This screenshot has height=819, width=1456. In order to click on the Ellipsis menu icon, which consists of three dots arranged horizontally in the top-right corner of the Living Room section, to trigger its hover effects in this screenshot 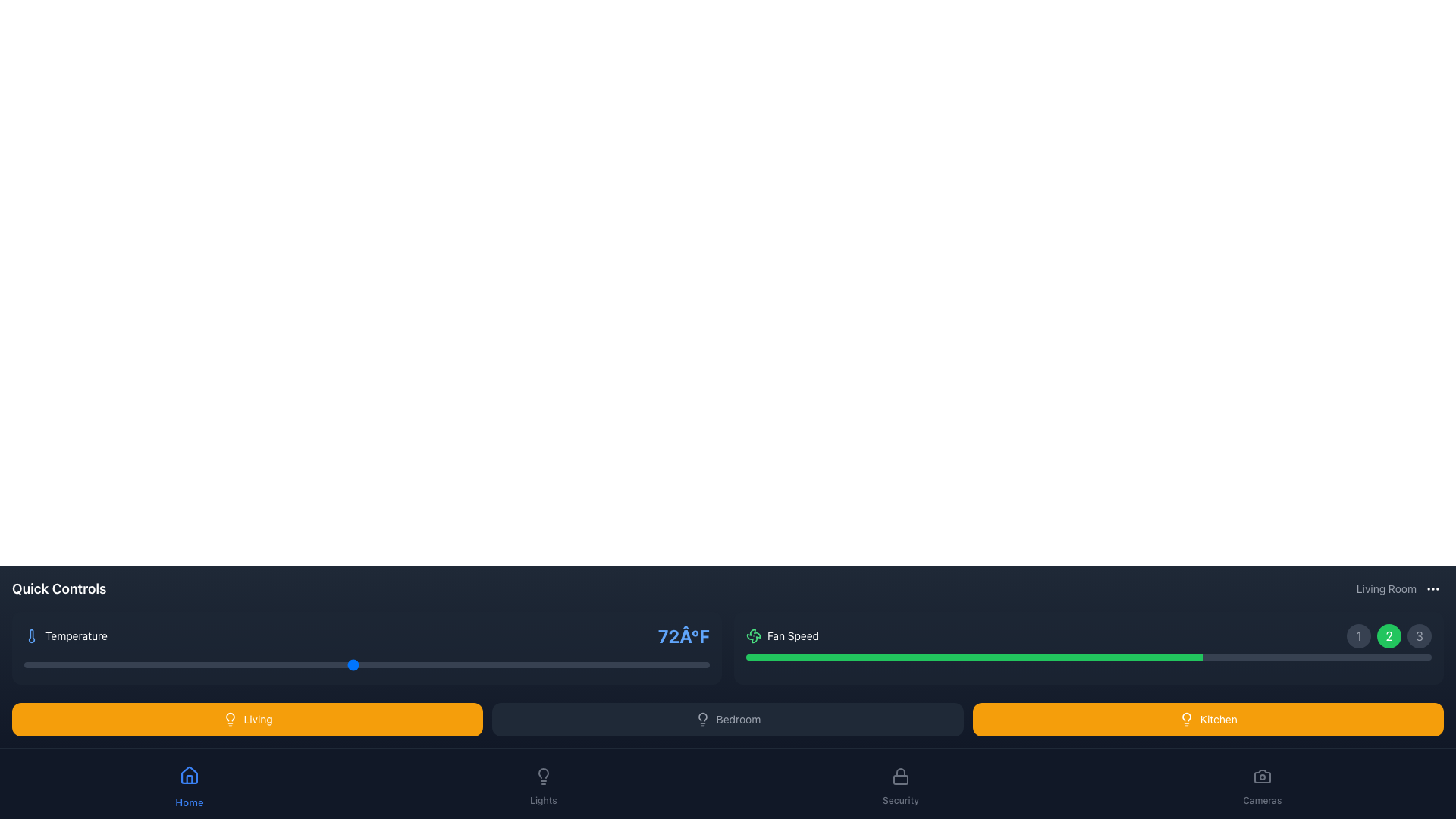, I will do `click(1432, 588)`.